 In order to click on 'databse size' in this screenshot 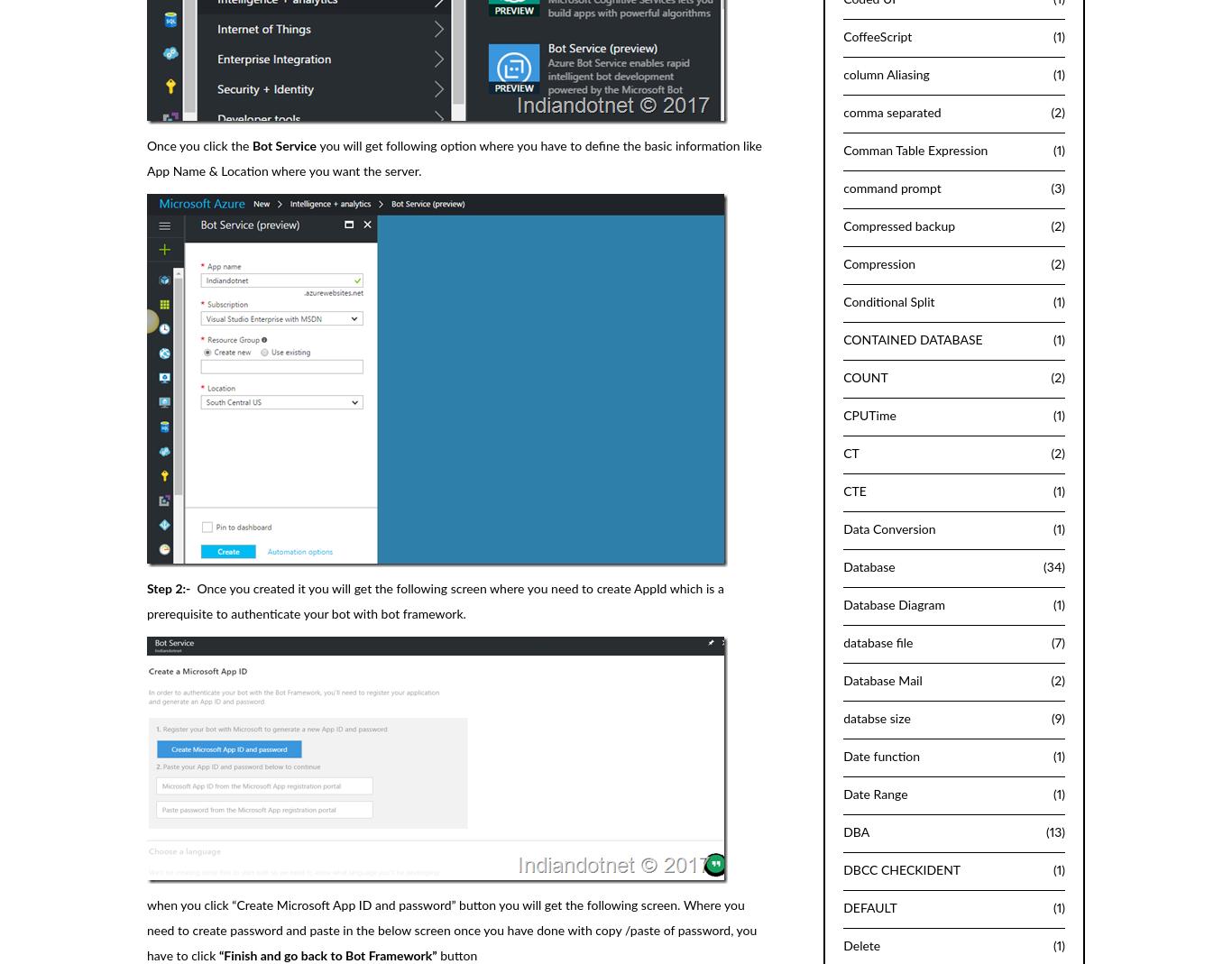, I will do `click(877, 719)`.